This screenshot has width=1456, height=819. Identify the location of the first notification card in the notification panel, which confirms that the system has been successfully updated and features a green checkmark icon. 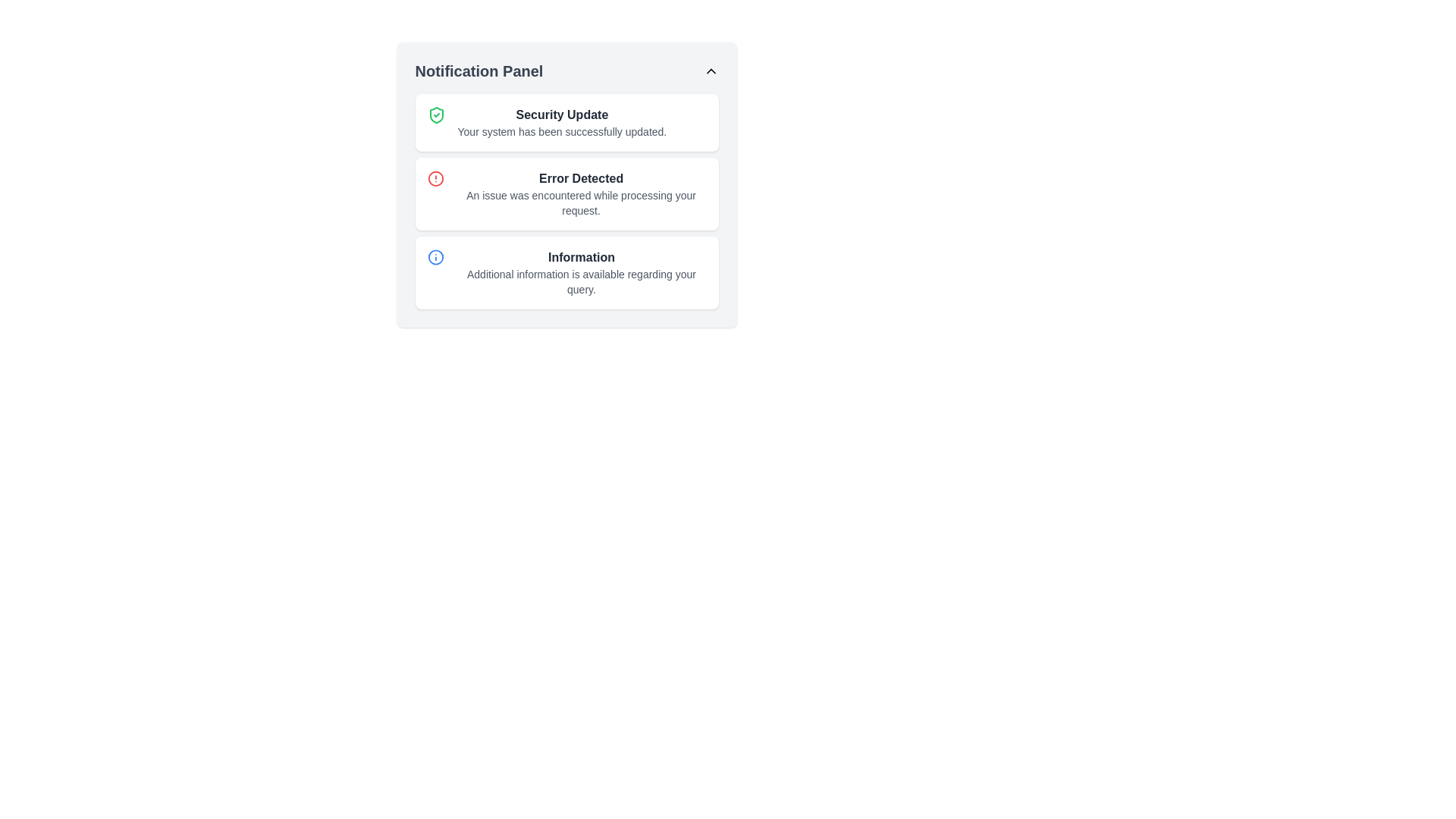
(566, 122).